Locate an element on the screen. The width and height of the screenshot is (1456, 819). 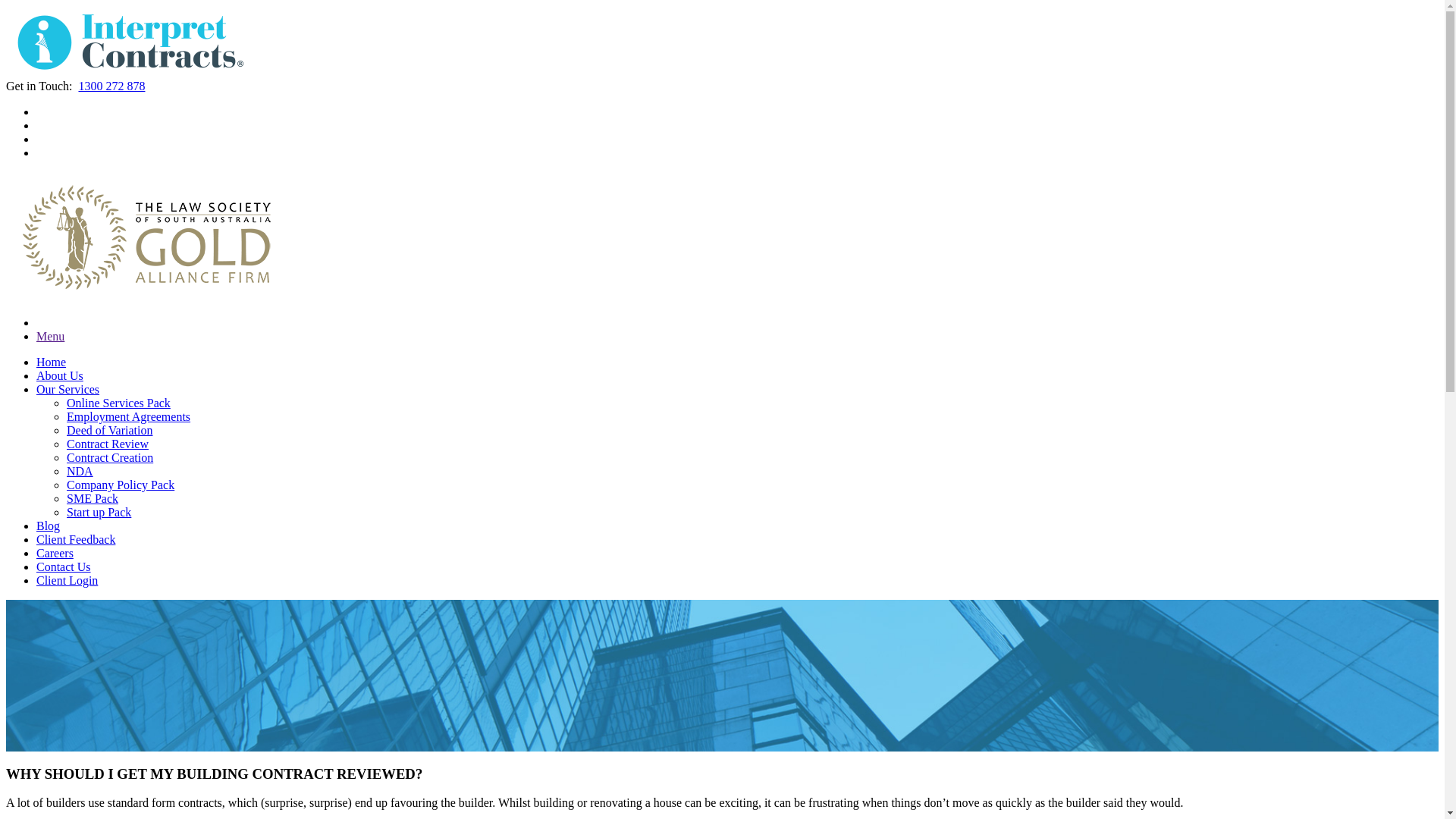
'Start up Pack' is located at coordinates (65, 512).